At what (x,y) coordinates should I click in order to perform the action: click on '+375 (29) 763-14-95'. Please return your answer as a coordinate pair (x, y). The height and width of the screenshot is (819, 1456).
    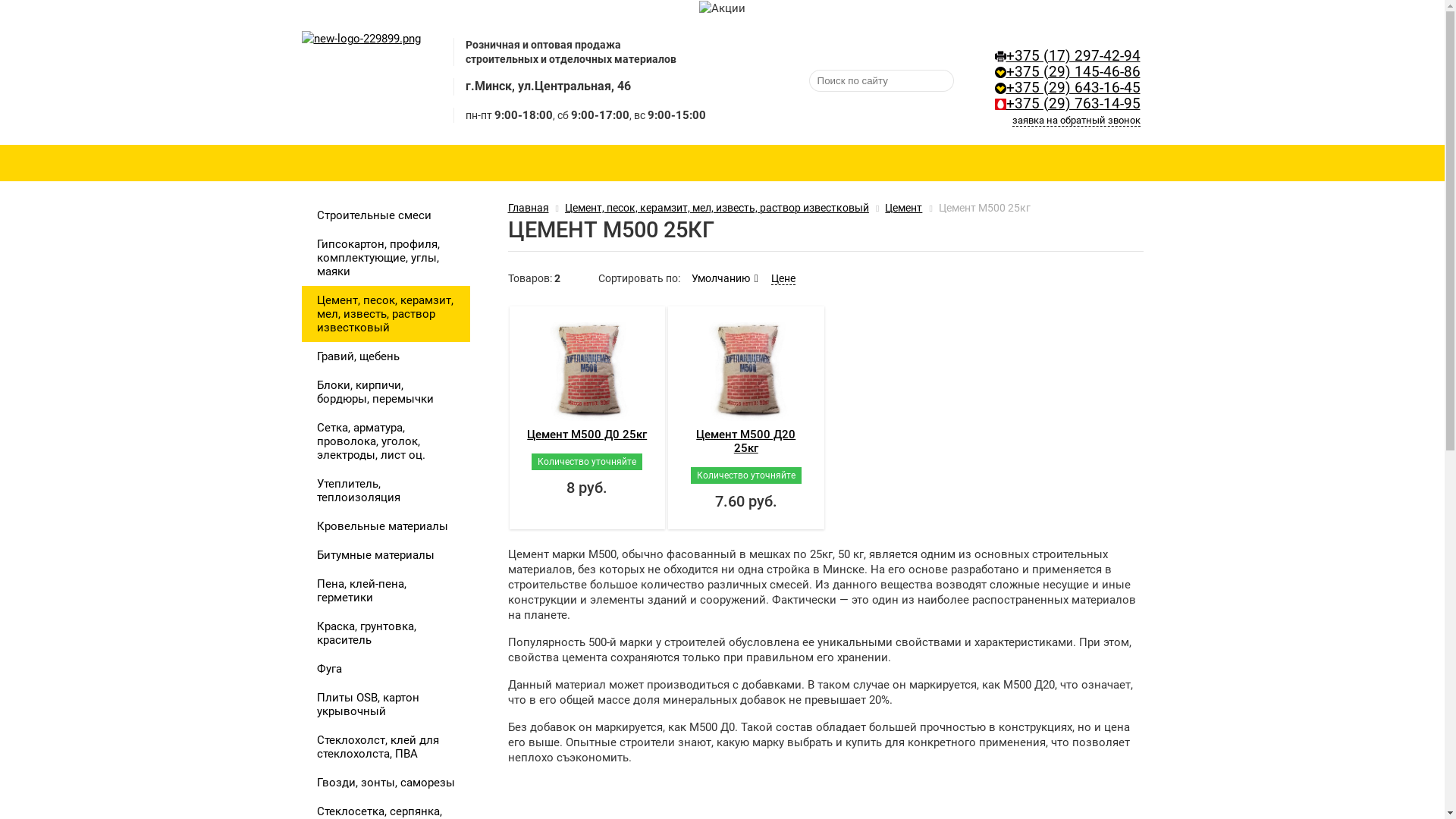
    Looking at the image, I should click on (1072, 103).